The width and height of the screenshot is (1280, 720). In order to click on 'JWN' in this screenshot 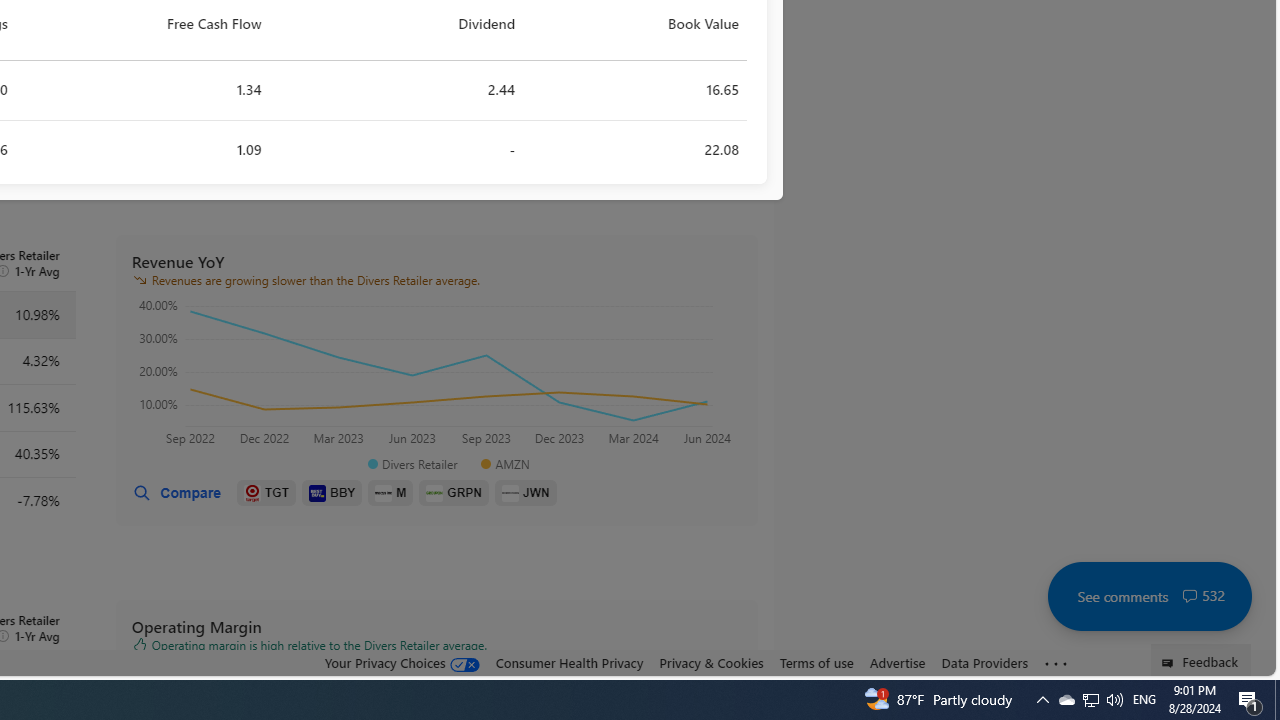, I will do `click(526, 493)`.